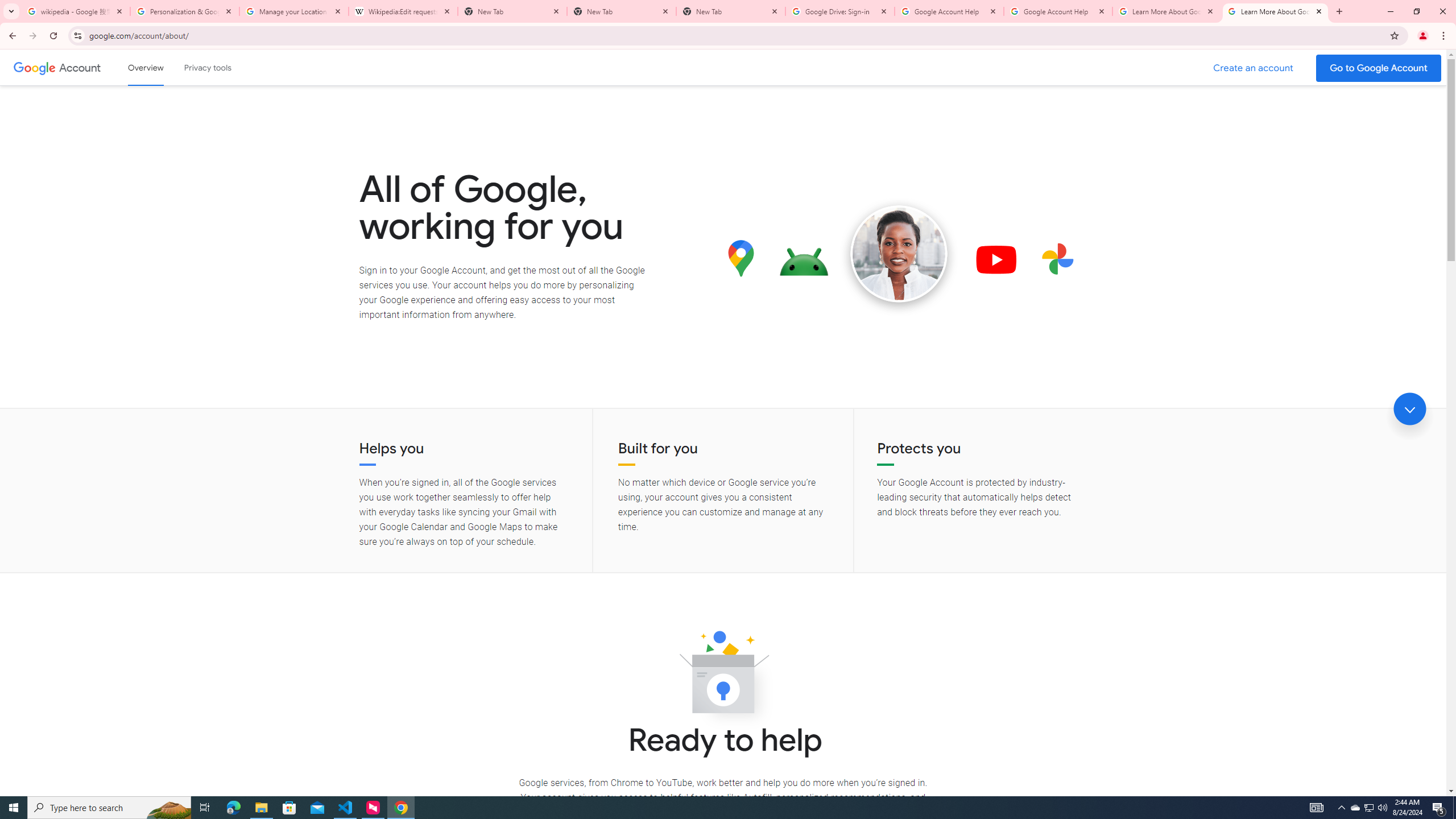  Describe the element at coordinates (949, 11) in the screenshot. I see `'Google Account Help'` at that location.